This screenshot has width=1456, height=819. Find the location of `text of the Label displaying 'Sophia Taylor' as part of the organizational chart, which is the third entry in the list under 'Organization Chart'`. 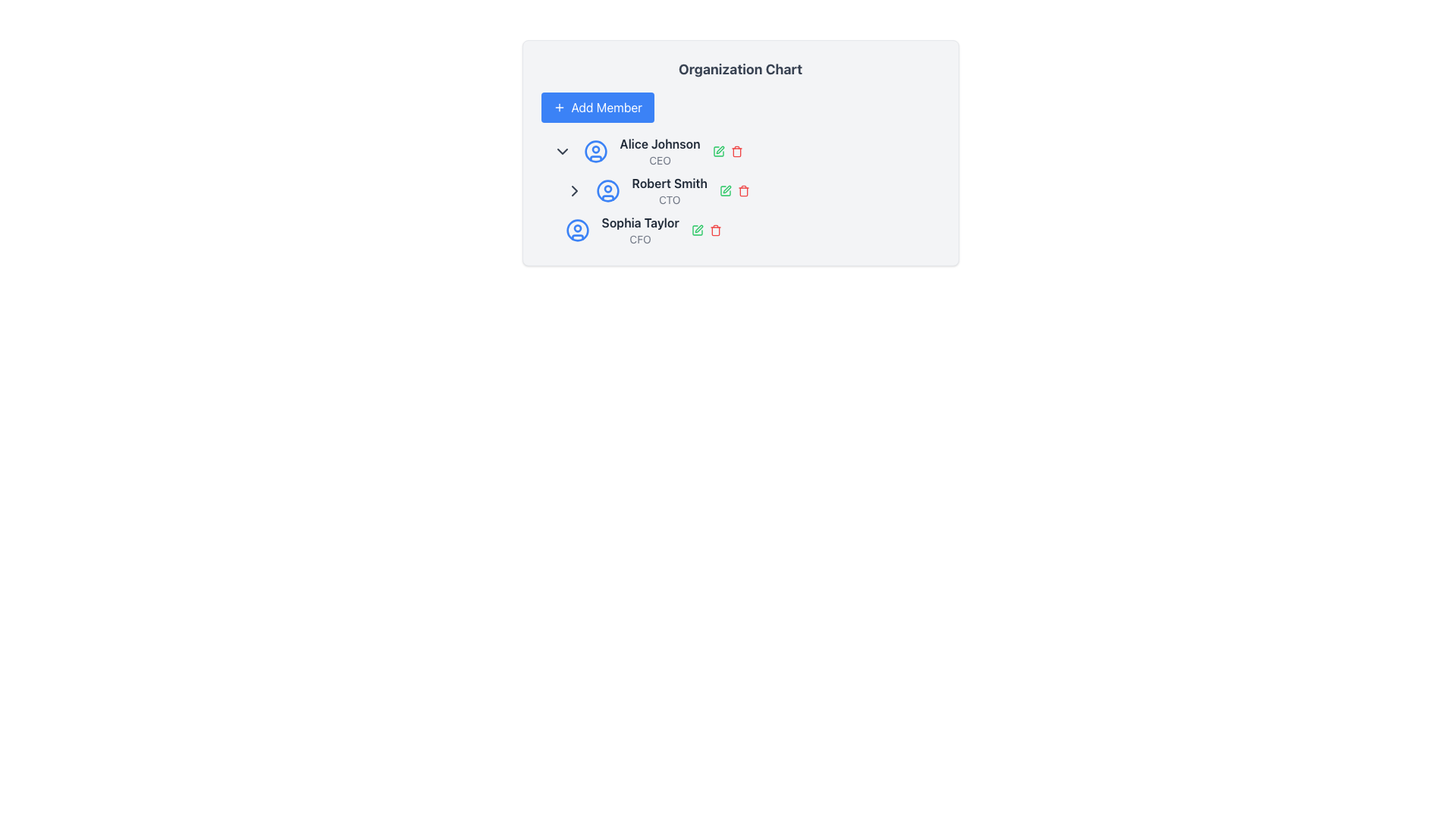

text of the Label displaying 'Sophia Taylor' as part of the organizational chart, which is the third entry in the list under 'Organization Chart' is located at coordinates (640, 231).